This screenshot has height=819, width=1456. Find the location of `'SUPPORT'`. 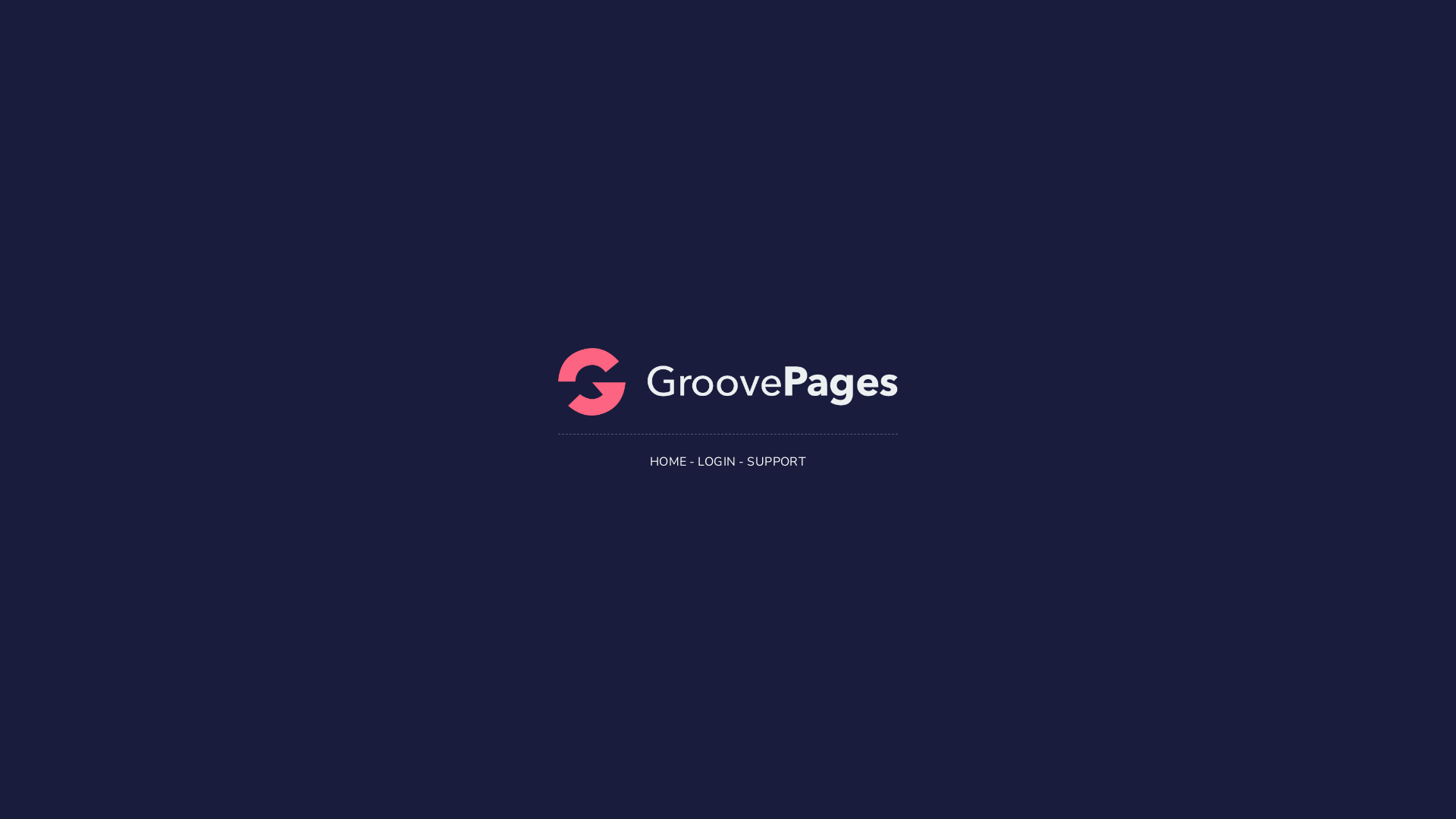

'SUPPORT' is located at coordinates (746, 461).